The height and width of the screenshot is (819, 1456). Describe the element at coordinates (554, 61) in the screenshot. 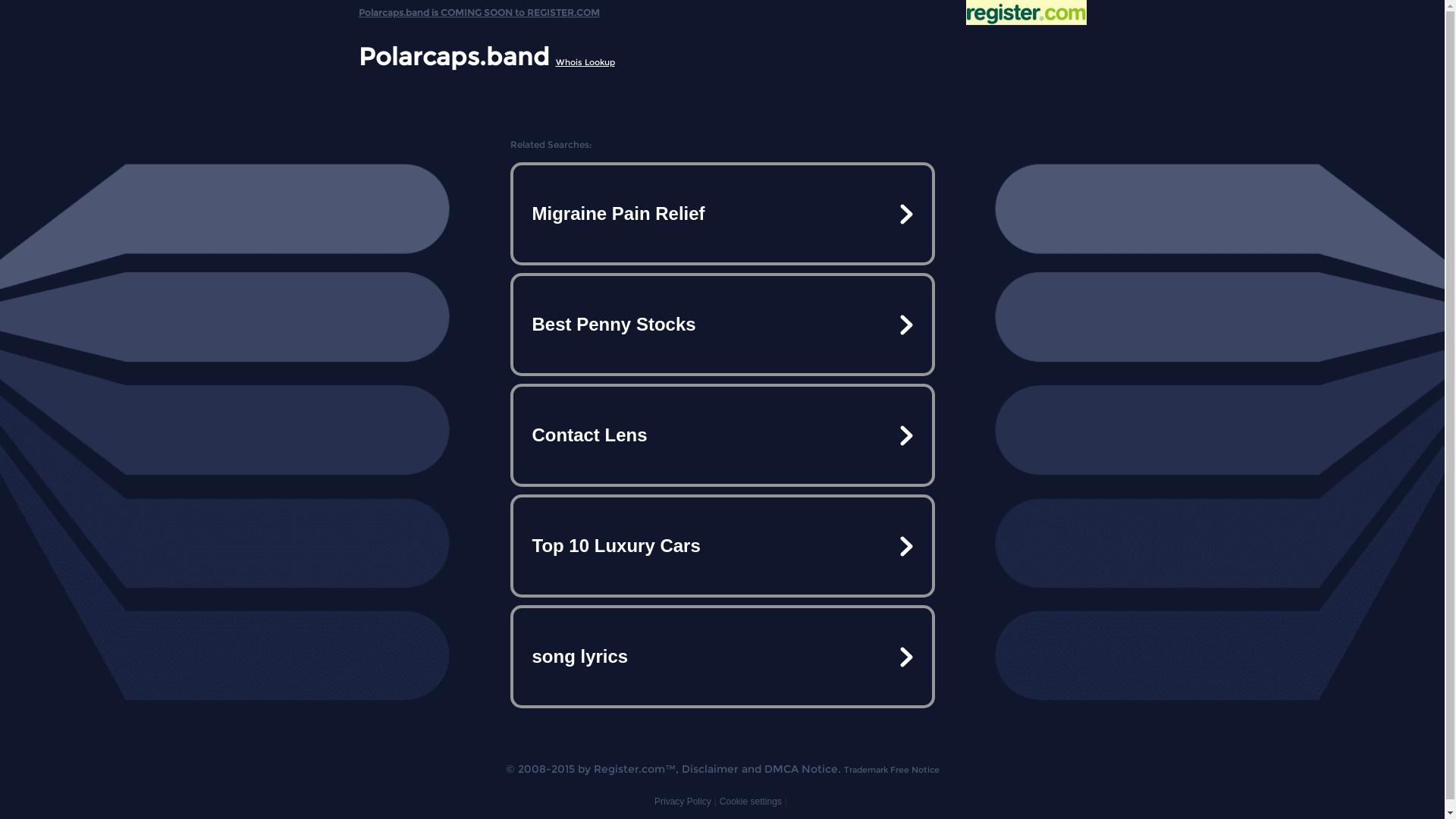

I see `'Whois Lookup'` at that location.